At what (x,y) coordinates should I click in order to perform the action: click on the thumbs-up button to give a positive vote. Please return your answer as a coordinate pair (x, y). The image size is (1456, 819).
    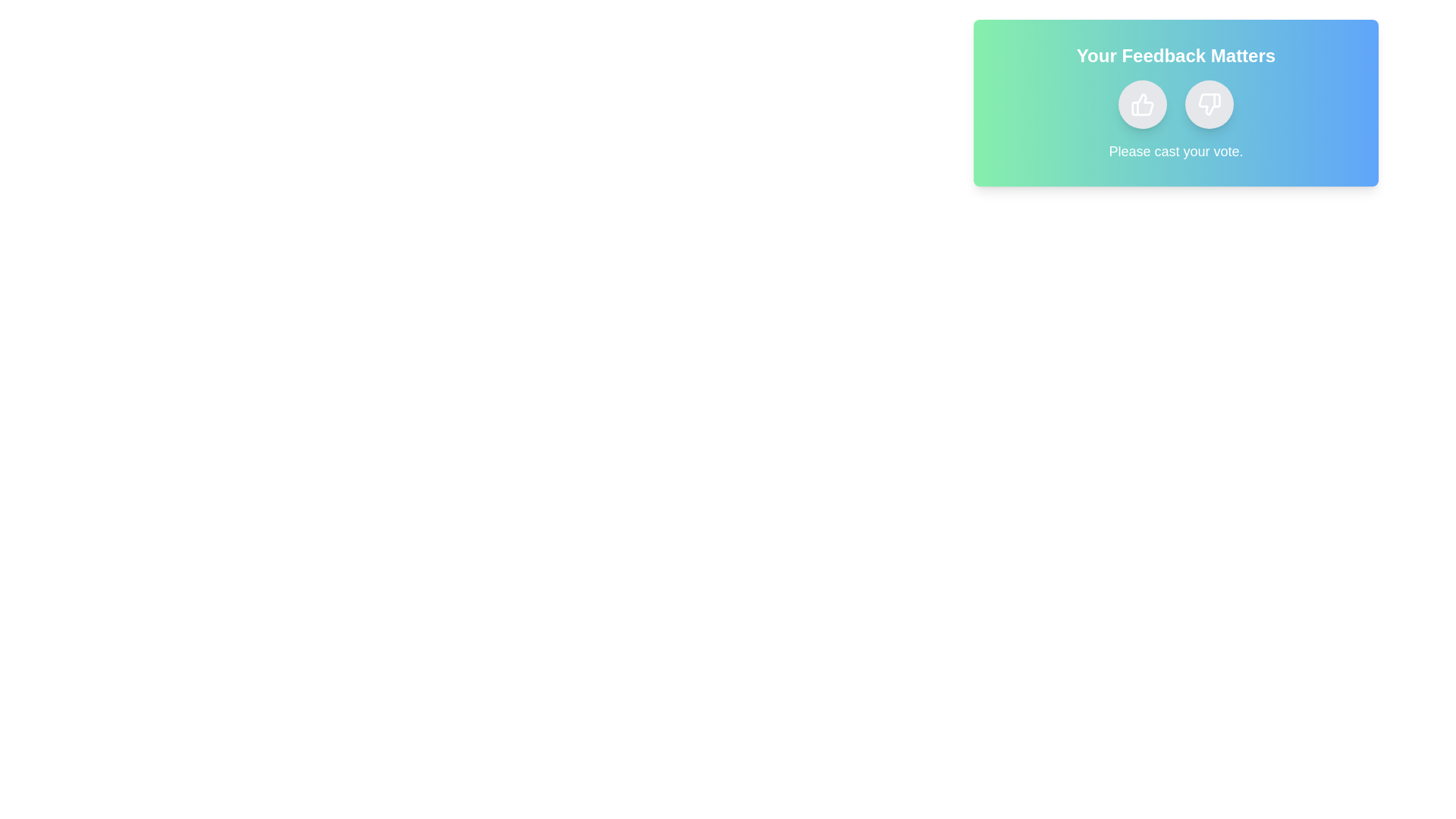
    Looking at the image, I should click on (1143, 104).